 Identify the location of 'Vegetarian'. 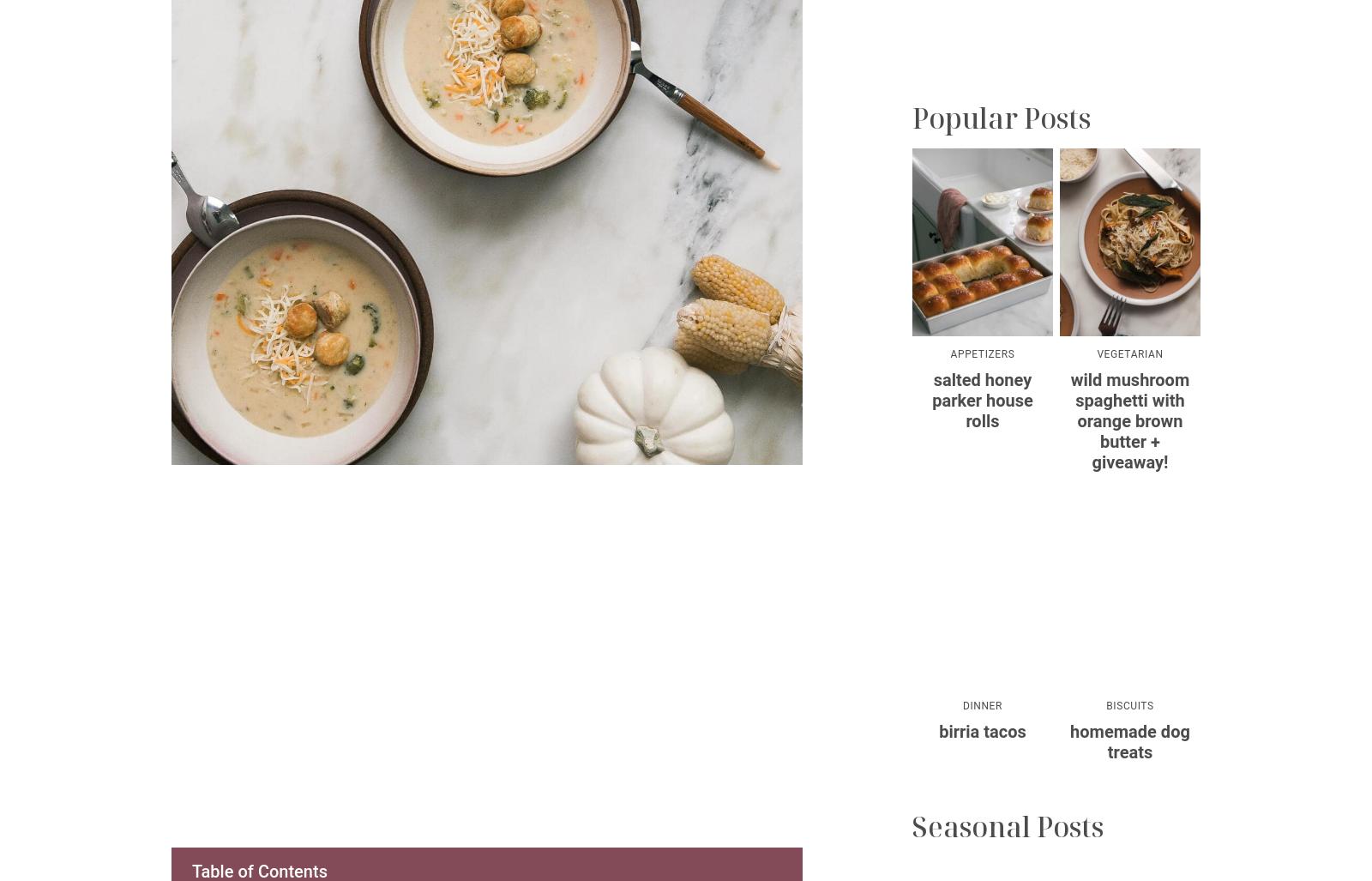
(1128, 353).